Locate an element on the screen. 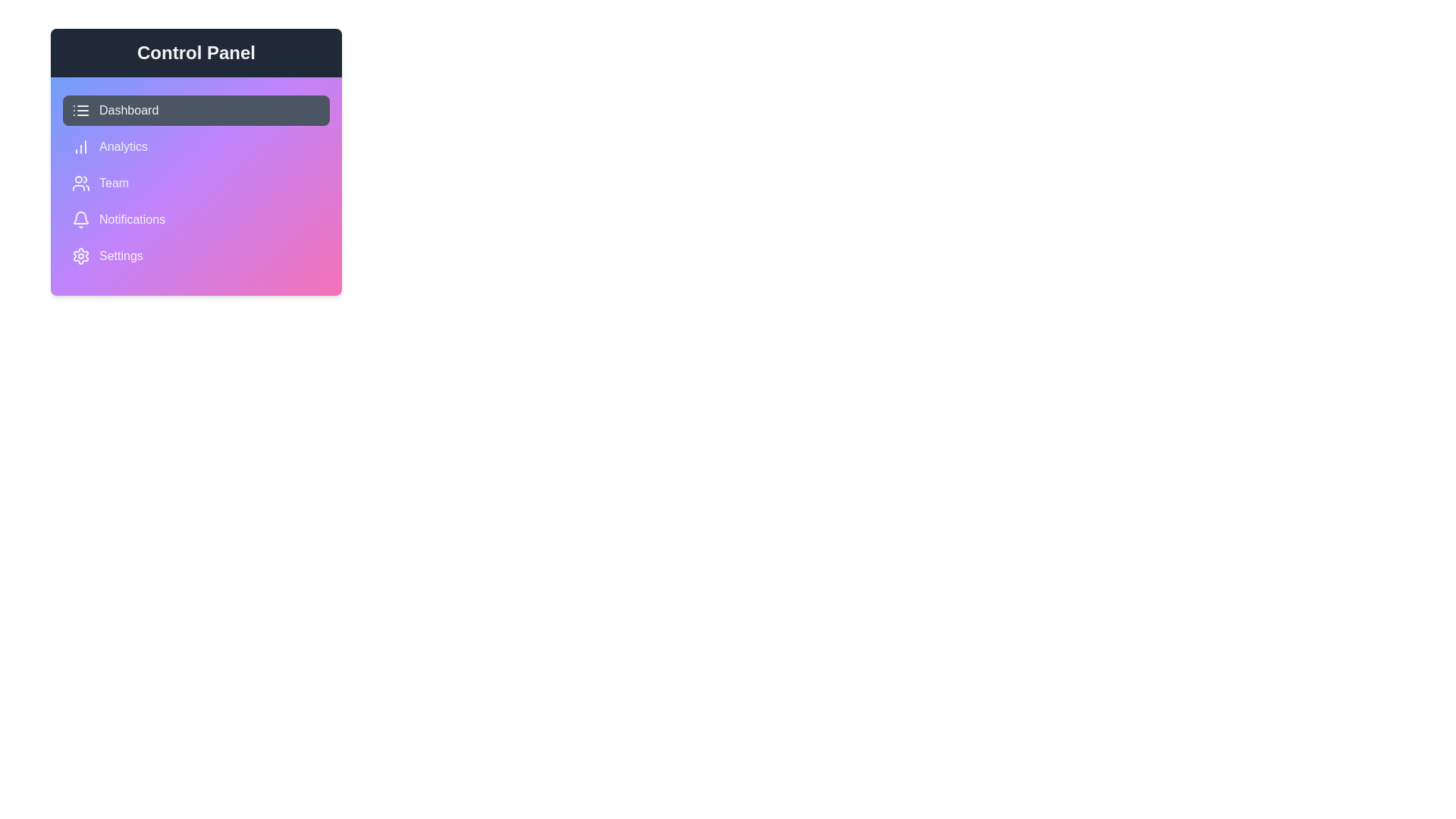  the bell-like icon representing notifications, which is the second sub-element in the Notifications button group, located to the left of the Notifications label is located at coordinates (80, 218).